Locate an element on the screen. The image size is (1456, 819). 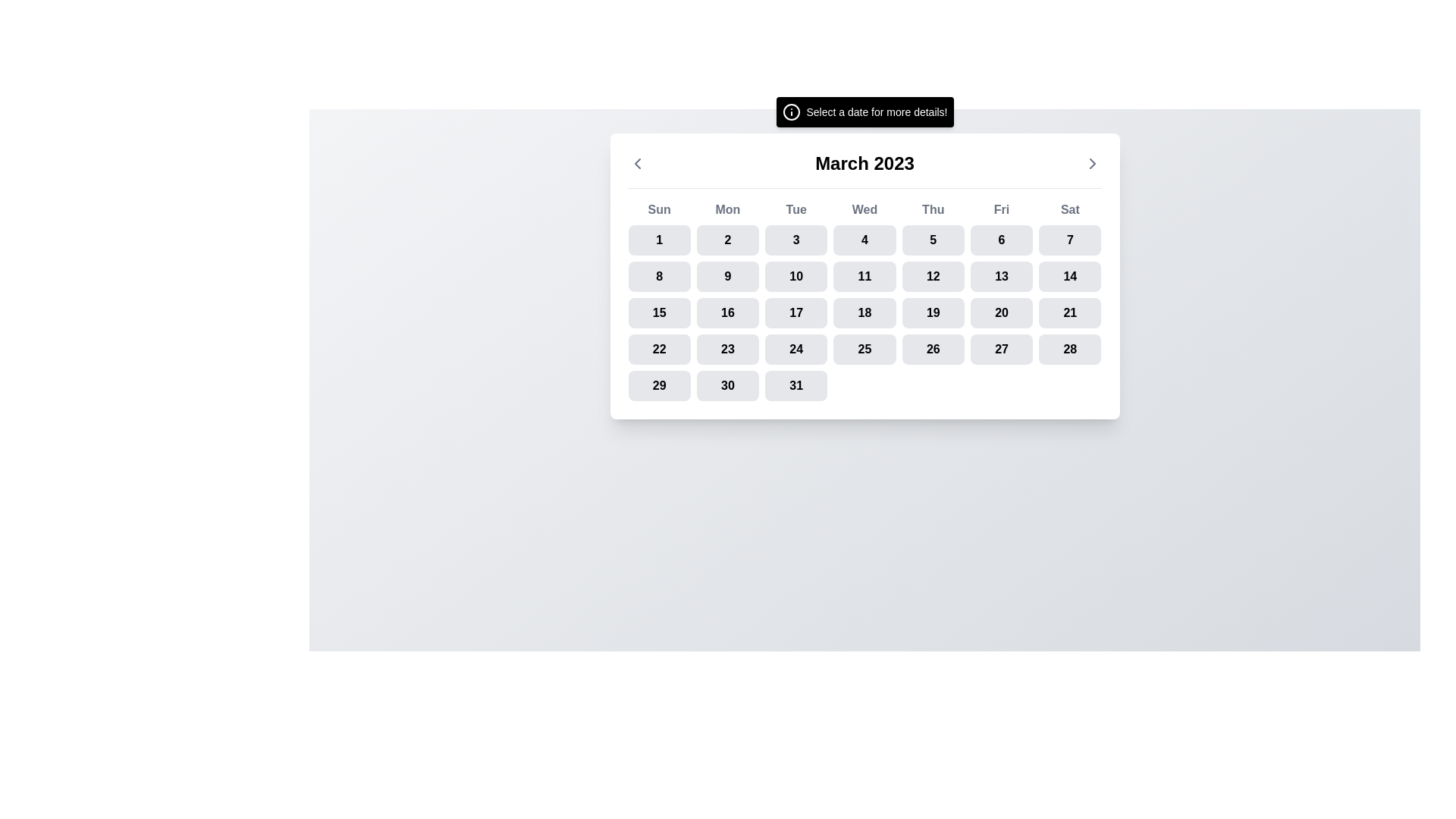
the specific date cell in the grid-based calendar layout is located at coordinates (864, 301).